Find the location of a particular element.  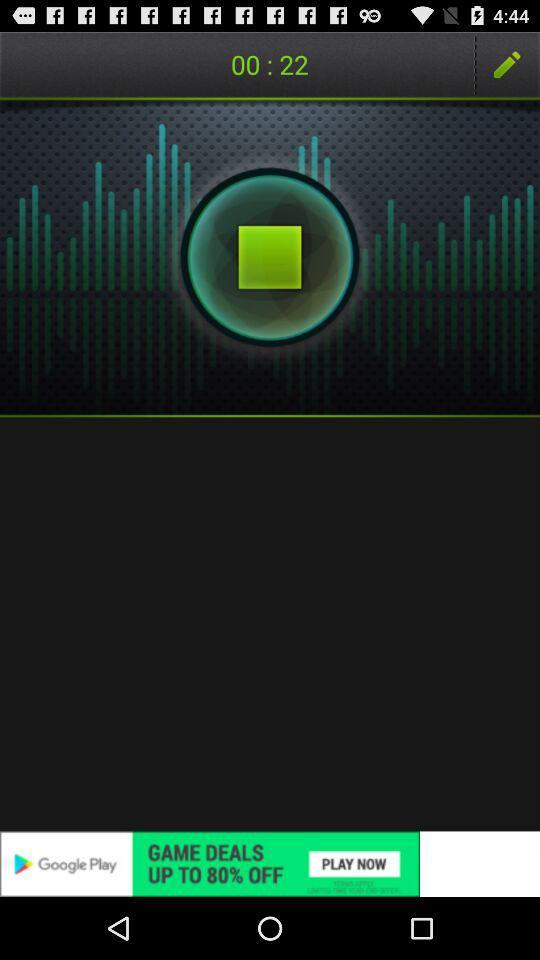

the item to the right of 01 : 15 item is located at coordinates (507, 64).